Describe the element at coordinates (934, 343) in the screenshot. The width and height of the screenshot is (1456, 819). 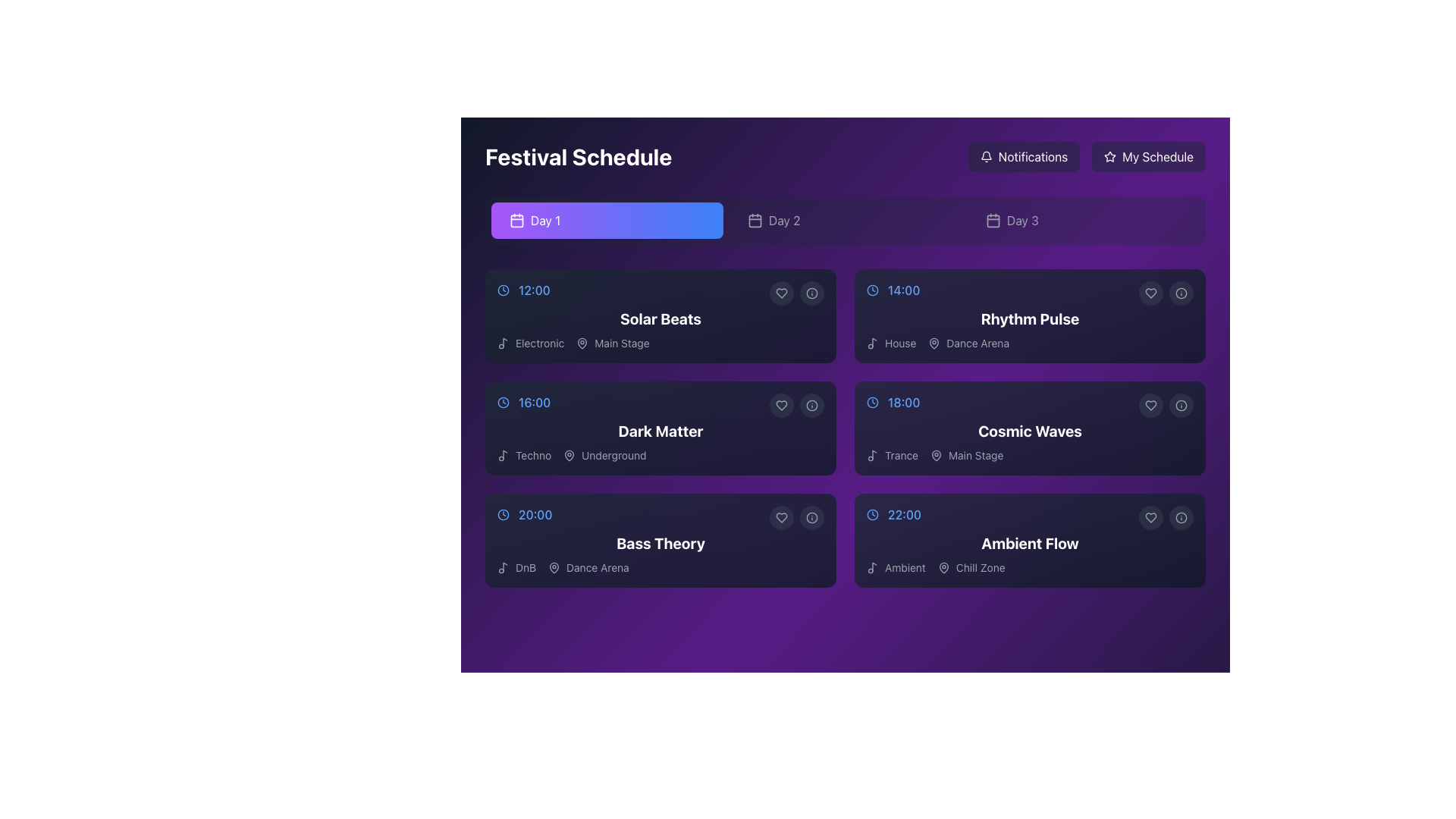
I see `the location indicator icon for the 'Rhythm Pulse' event, which is located to the left of the 'Dance Arena' text under '14:00'` at that location.